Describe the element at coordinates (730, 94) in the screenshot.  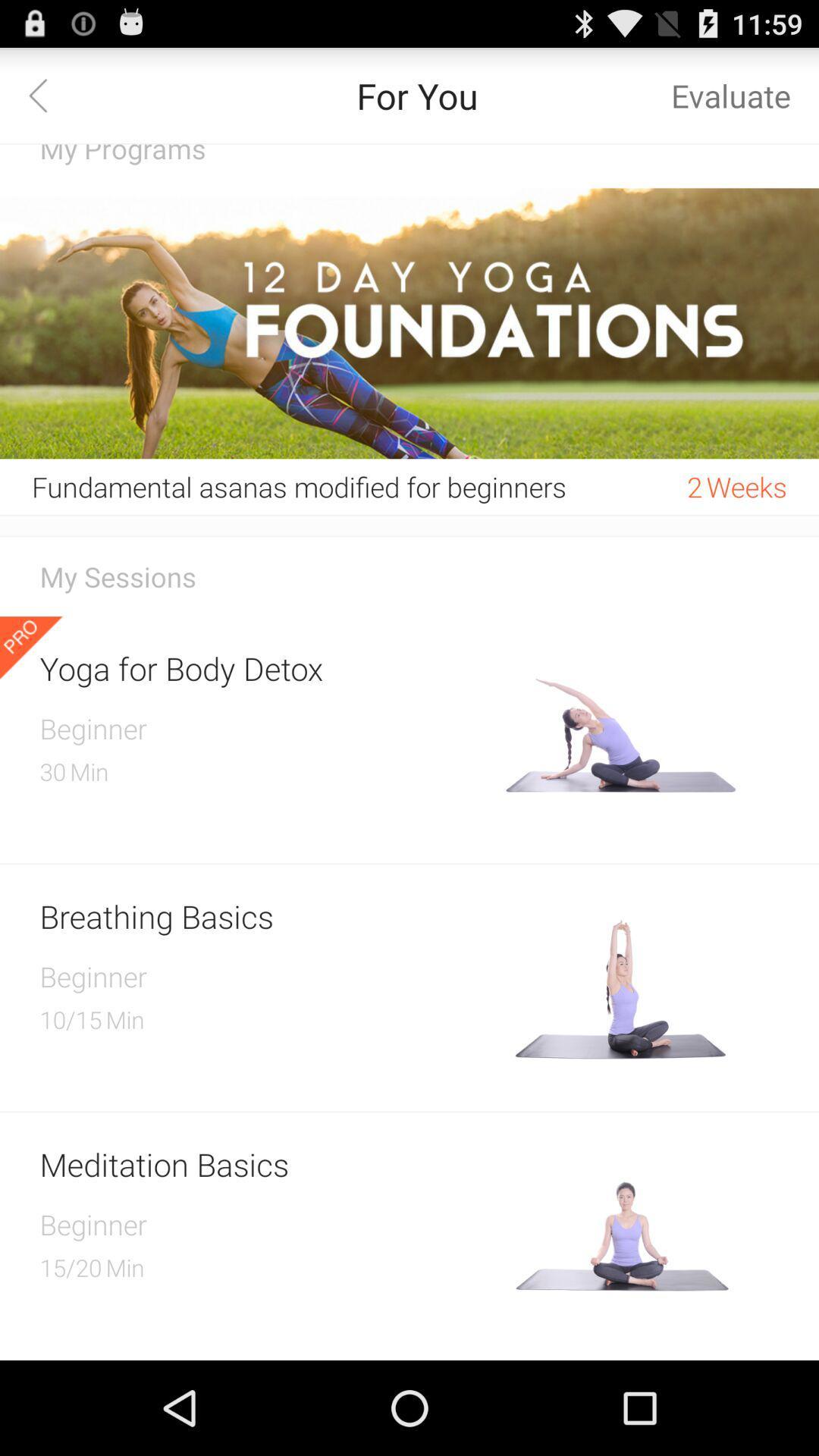
I see `evaluate icon` at that location.